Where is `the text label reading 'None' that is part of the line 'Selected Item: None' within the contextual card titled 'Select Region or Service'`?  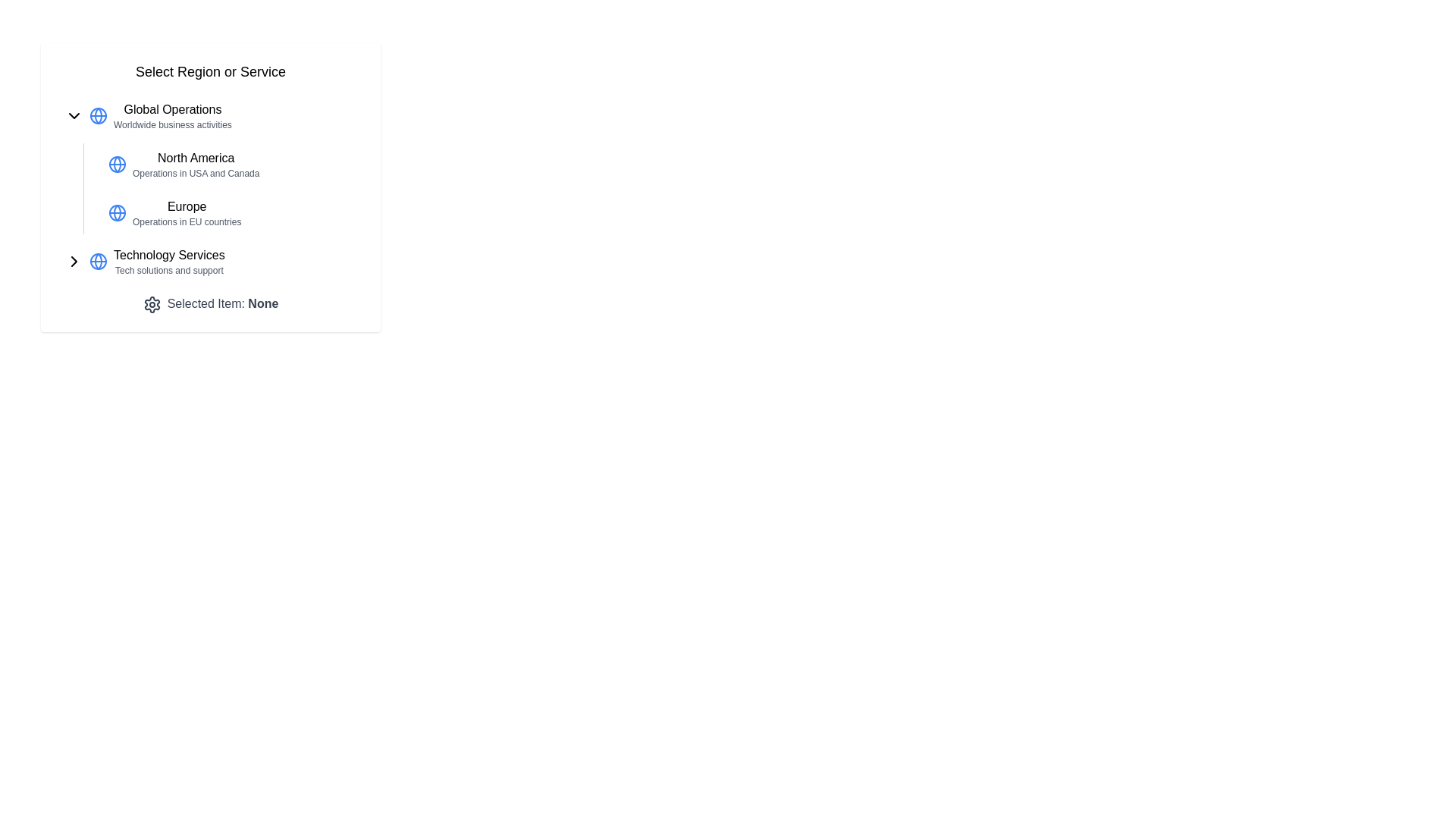
the text label reading 'None' that is part of the line 'Selected Item: None' within the contextual card titled 'Select Region or Service' is located at coordinates (263, 303).